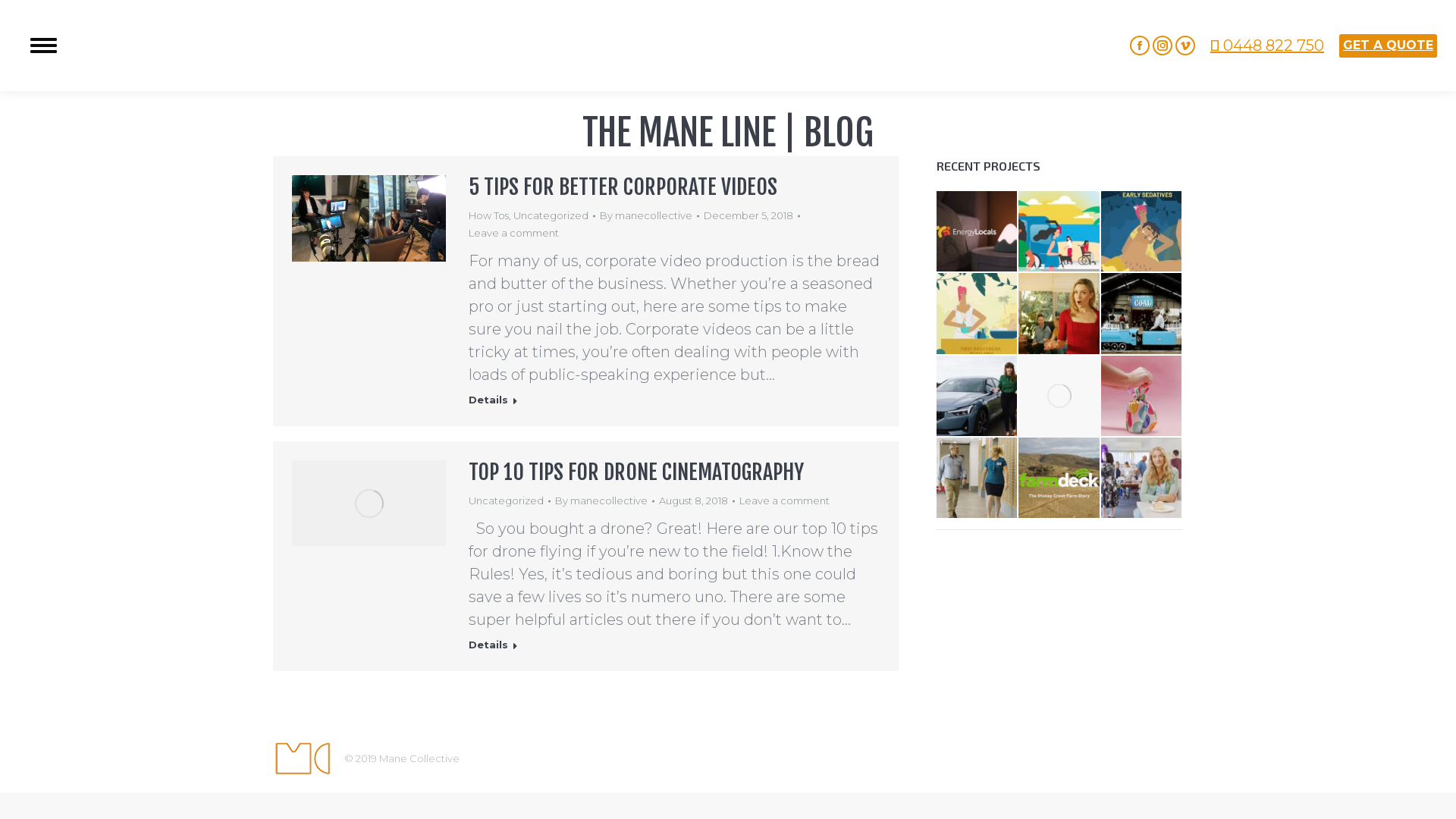  I want to click on 'Details', so click(493, 401).